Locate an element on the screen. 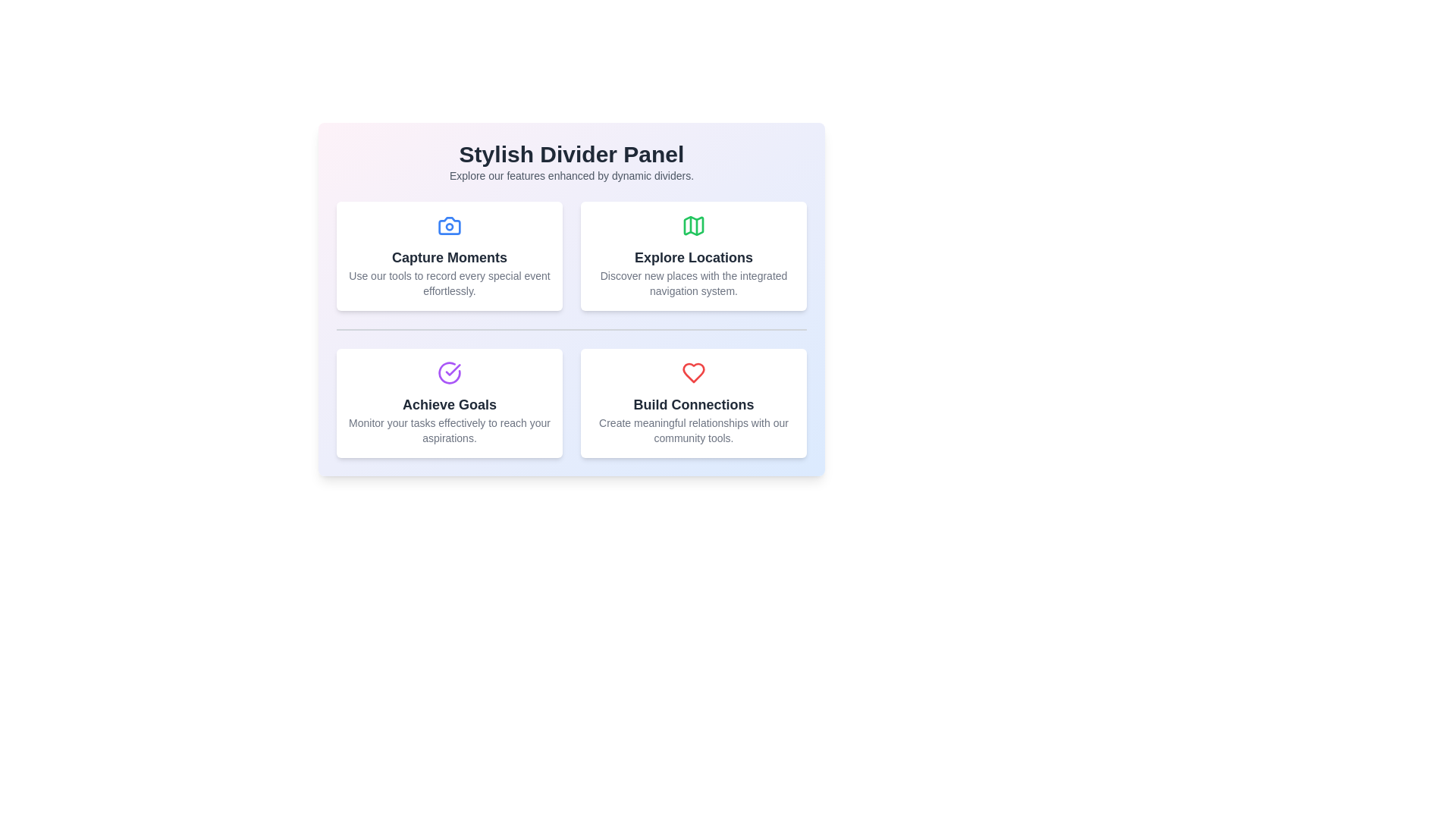 Image resolution: width=1456 pixels, height=819 pixels. the camera icon with a blue outline located in the top-left card of a 2x2 grid, which is centered above the text 'Capture Moments' is located at coordinates (449, 225).